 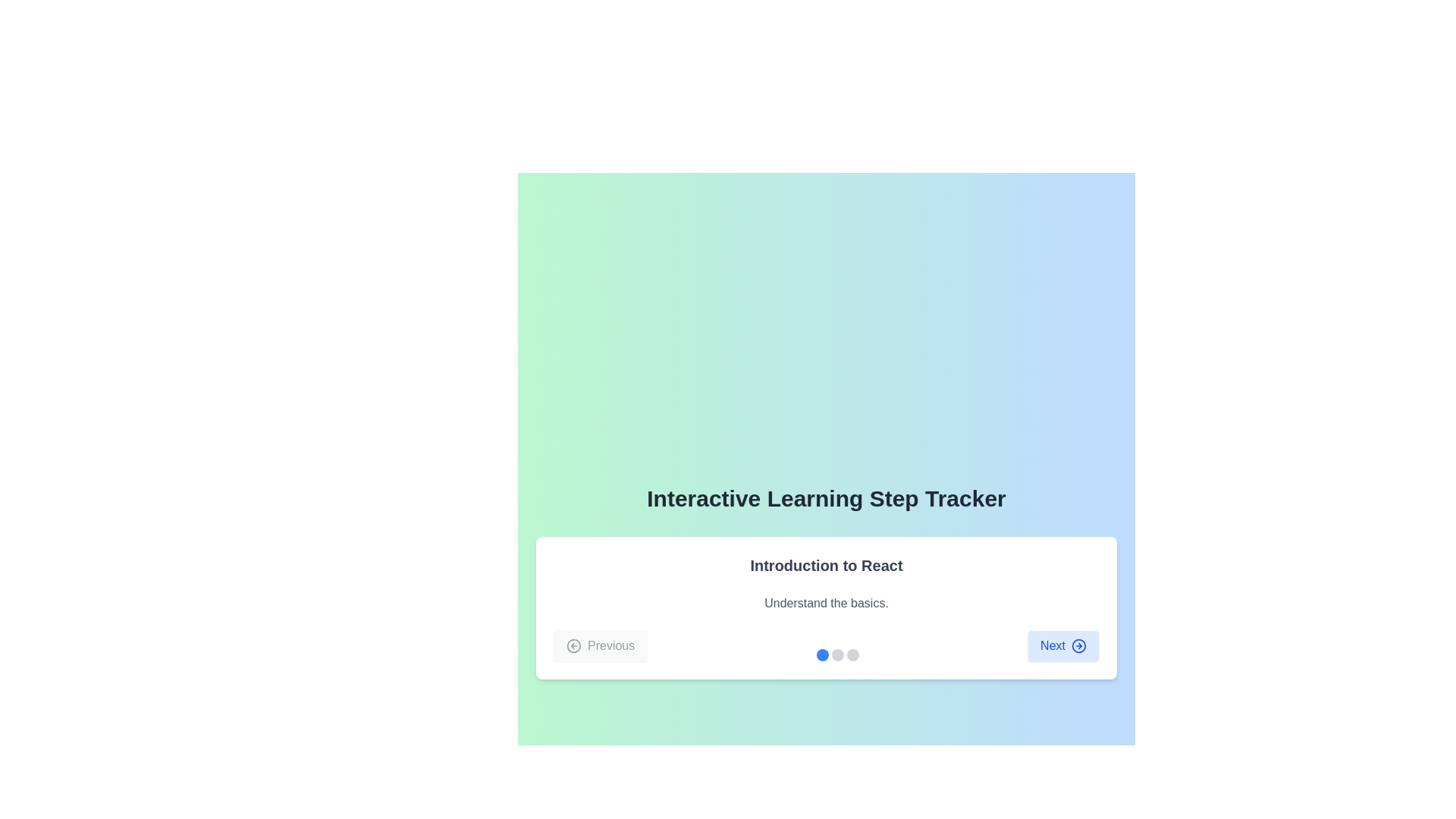 I want to click on the navigational button located at the bottom-left corner of the interface, which is the leftmost button for moving to the previous step, so click(x=600, y=646).